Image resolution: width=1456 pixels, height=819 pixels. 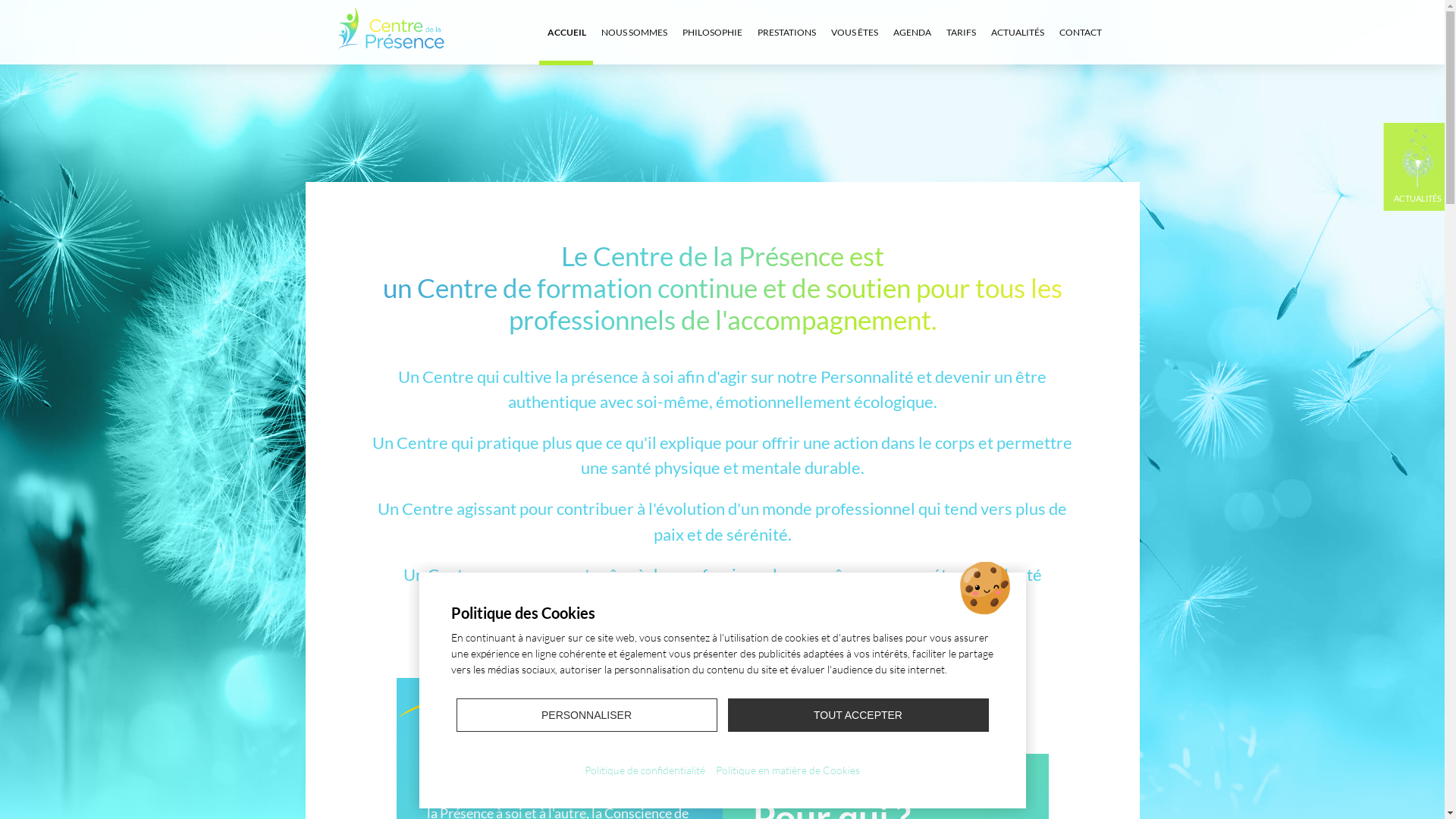 What do you see at coordinates (960, 32) in the screenshot?
I see `'TARIFS'` at bounding box center [960, 32].